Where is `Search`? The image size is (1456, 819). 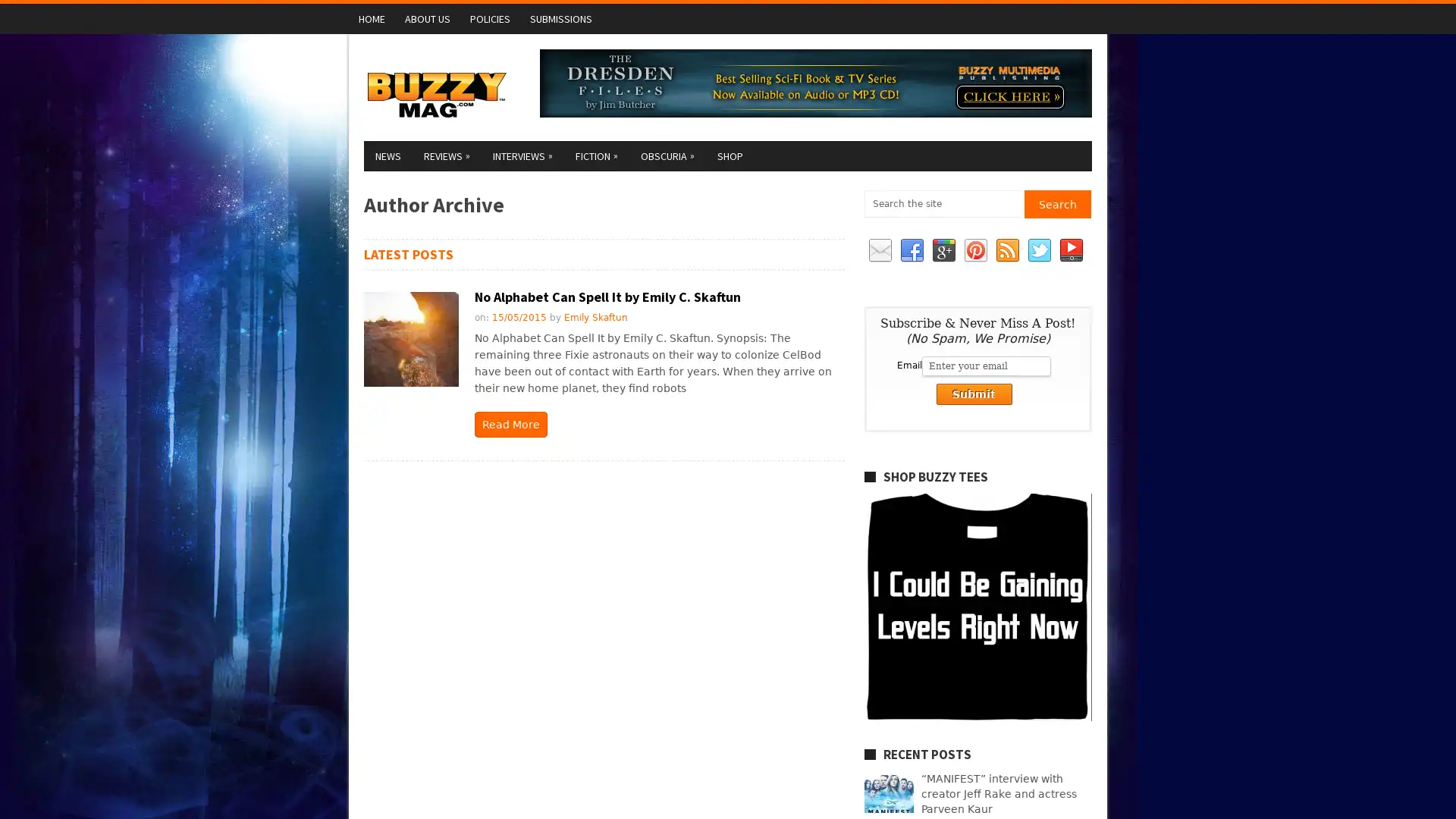
Search is located at coordinates (1056, 203).